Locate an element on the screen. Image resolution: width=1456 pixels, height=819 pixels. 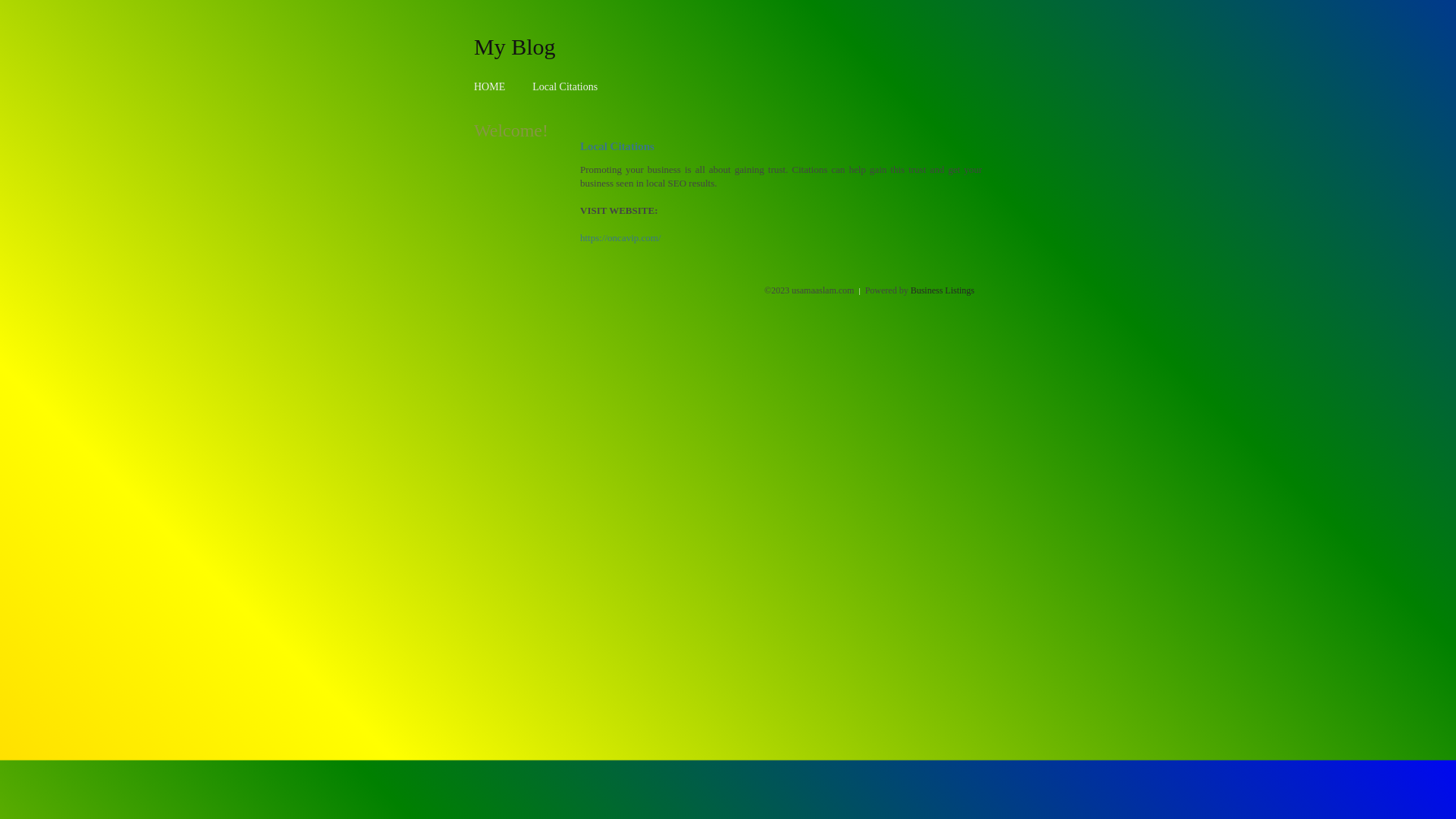
'HOME' is located at coordinates (489, 86).